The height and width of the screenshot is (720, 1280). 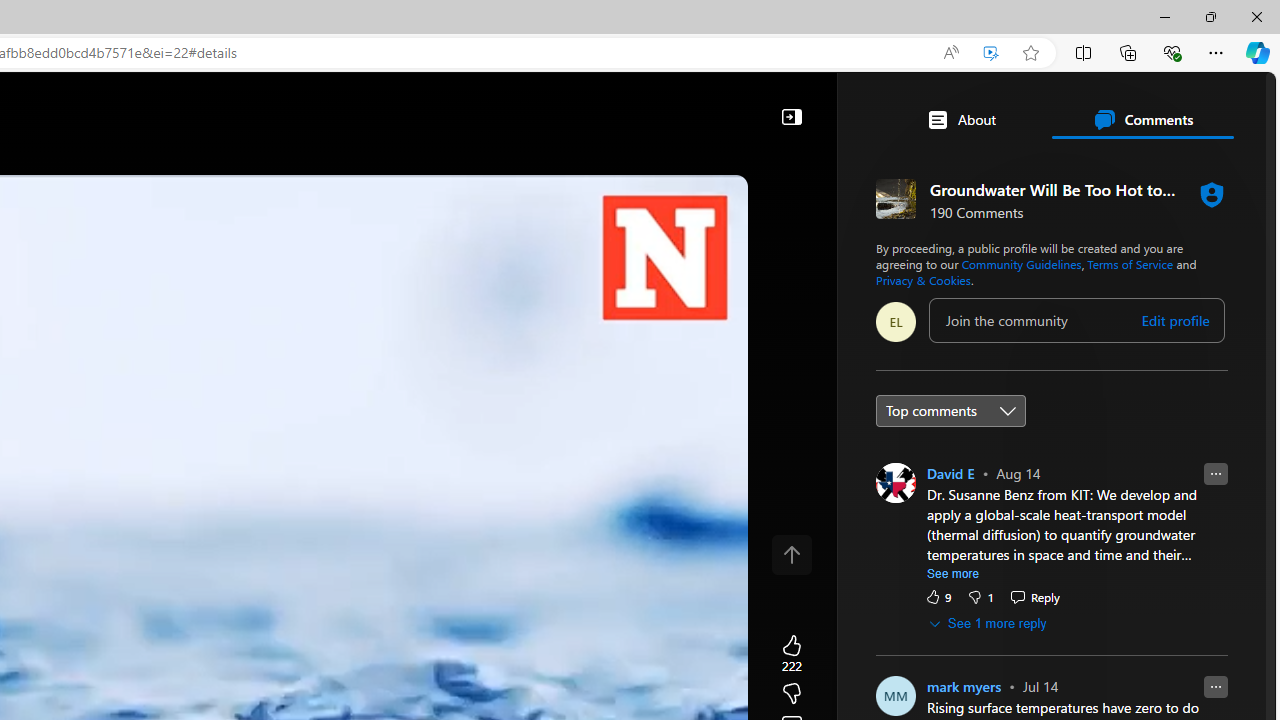 I want to click on 'Collapse', so click(x=790, y=115).